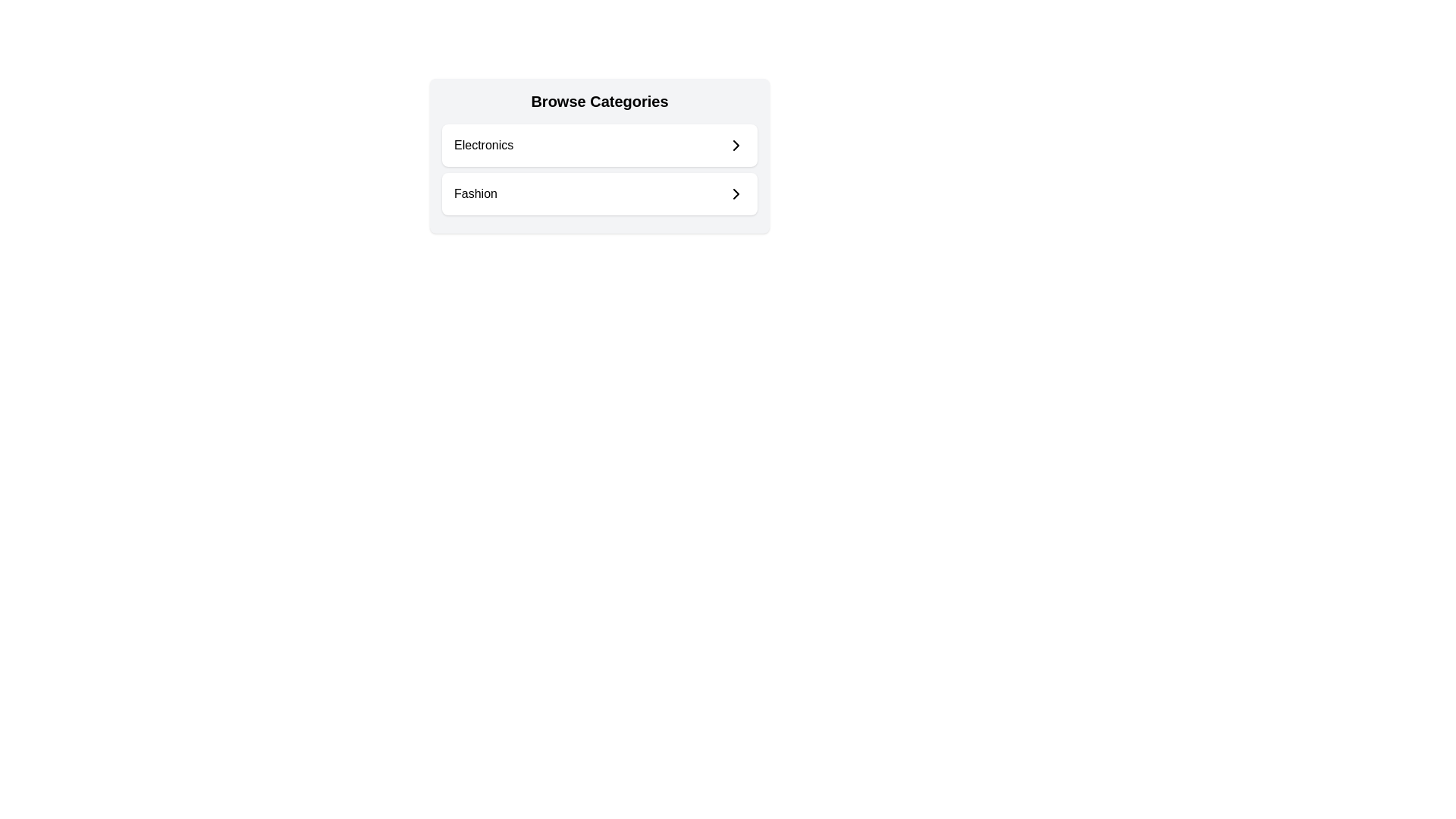 The height and width of the screenshot is (819, 1456). Describe the element at coordinates (736, 146) in the screenshot. I see `the right-pointing chevron arrow icon, which is a minimalist navigation element located within the 'Electronics' selection box` at that location.